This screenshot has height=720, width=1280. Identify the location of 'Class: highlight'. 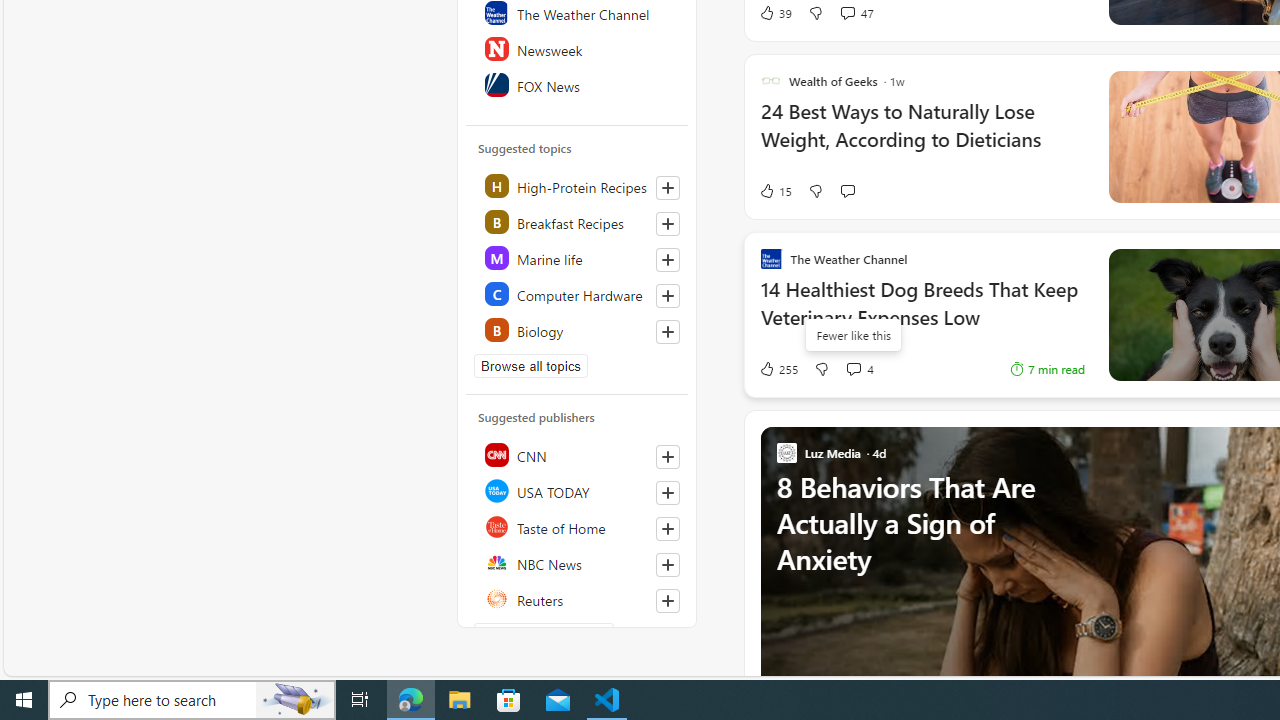
(577, 329).